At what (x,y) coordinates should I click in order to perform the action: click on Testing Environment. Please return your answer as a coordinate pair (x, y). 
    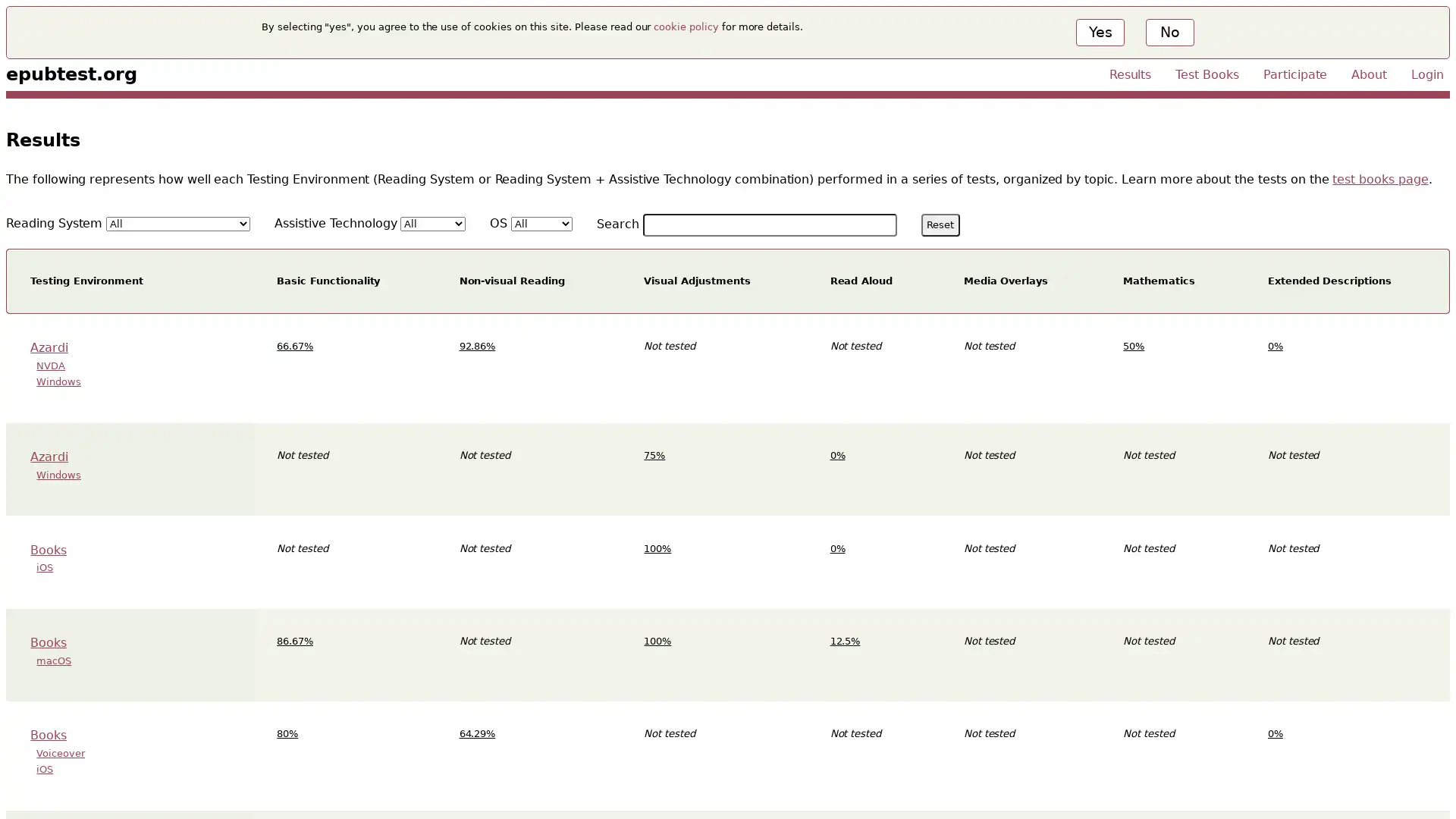
    Looking at the image, I should click on (86, 281).